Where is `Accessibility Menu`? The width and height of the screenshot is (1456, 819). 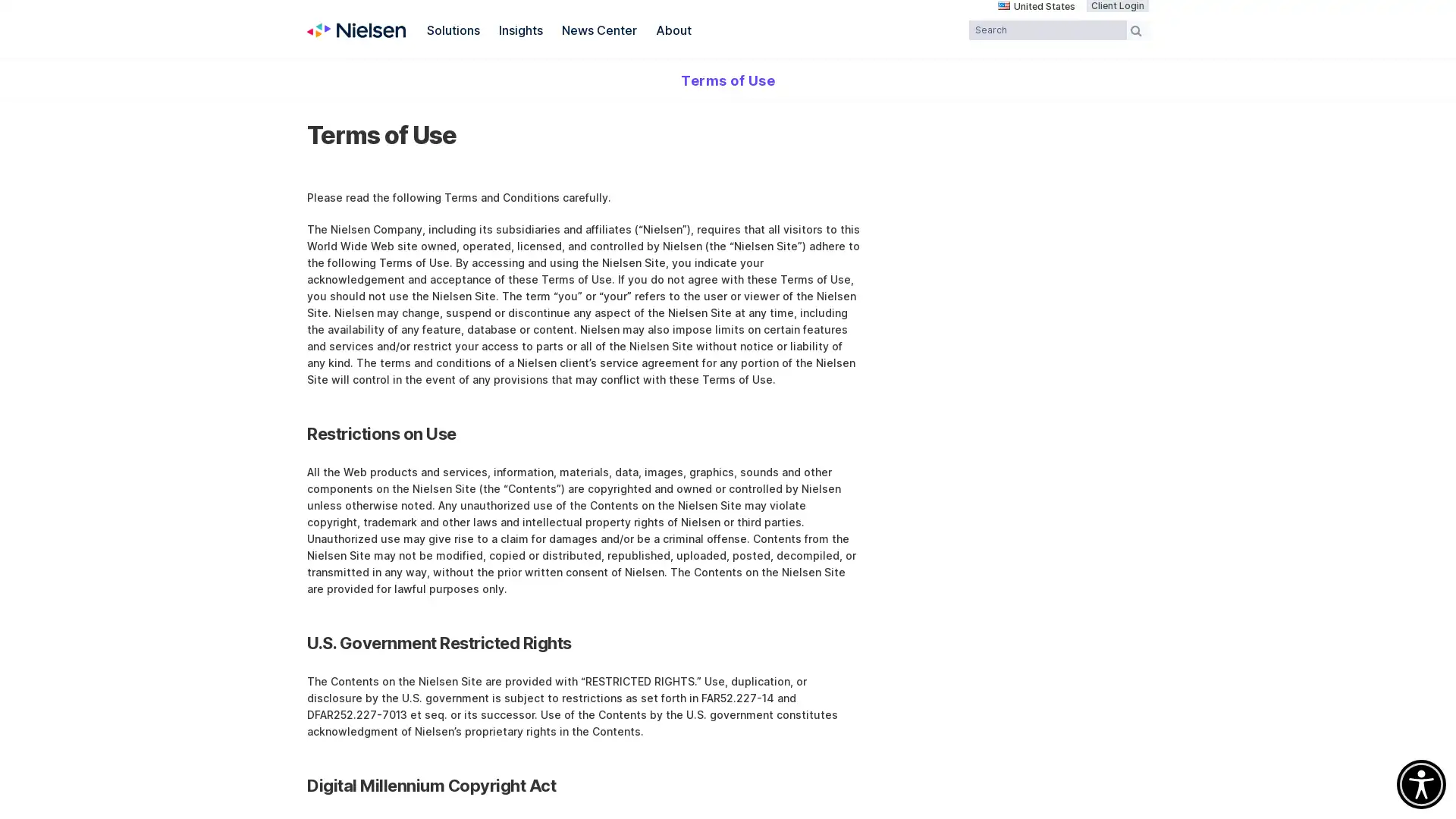
Accessibility Menu is located at coordinates (1420, 784).